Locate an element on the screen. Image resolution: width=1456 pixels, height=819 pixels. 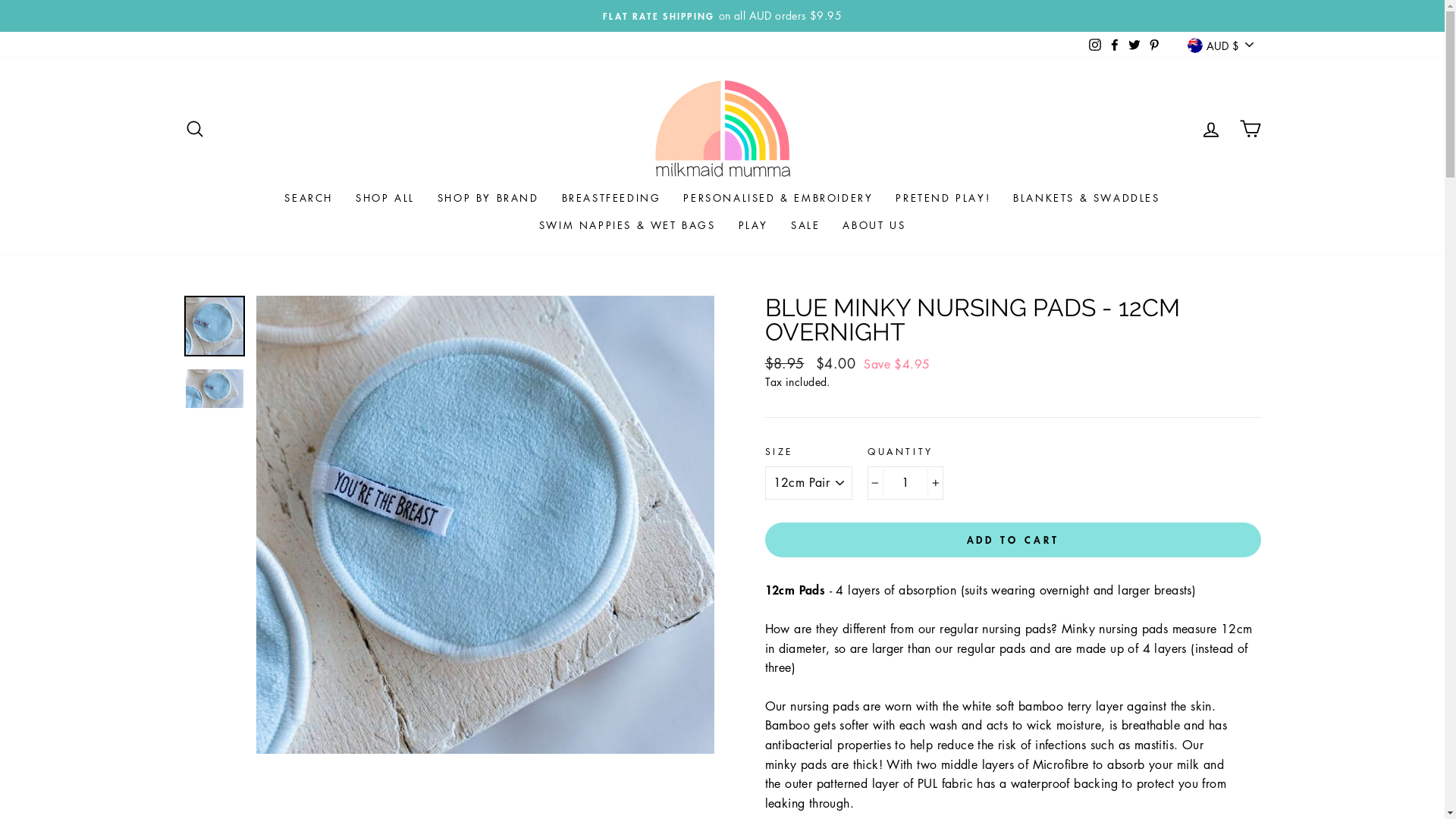
'SWIM NAPPIES & WET BAGS' is located at coordinates (627, 225).